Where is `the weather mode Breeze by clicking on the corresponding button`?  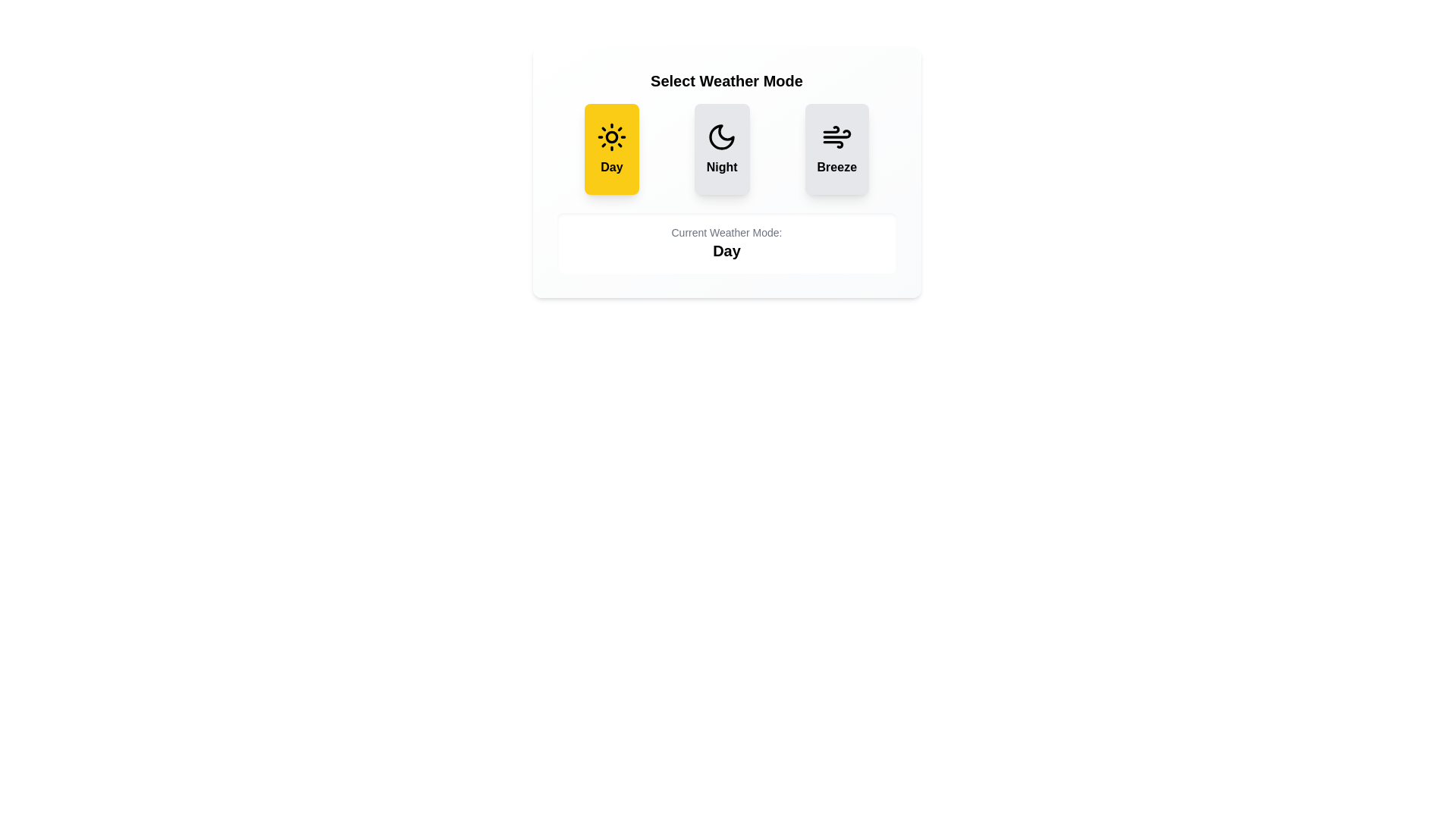
the weather mode Breeze by clicking on the corresponding button is located at coordinates (836, 149).